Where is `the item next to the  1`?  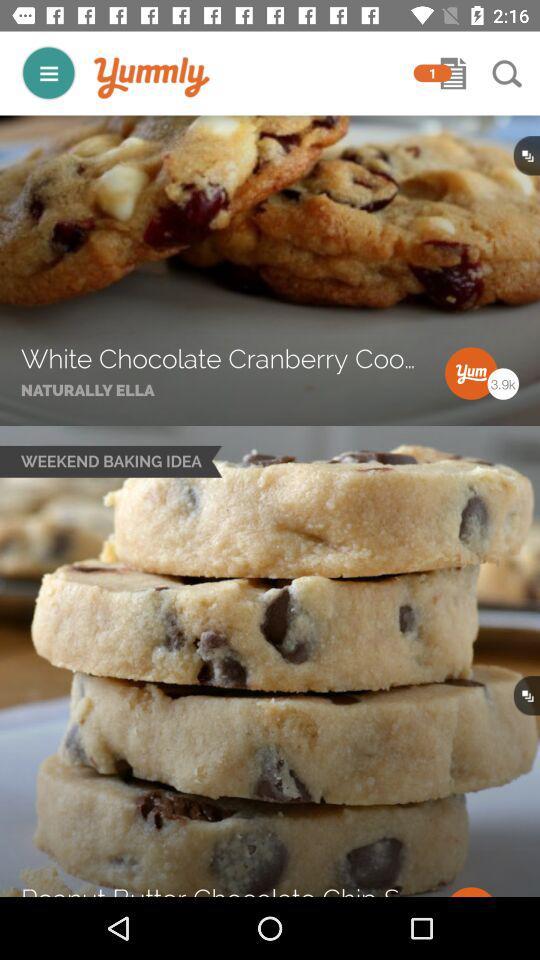 the item next to the  1 is located at coordinates (151, 78).